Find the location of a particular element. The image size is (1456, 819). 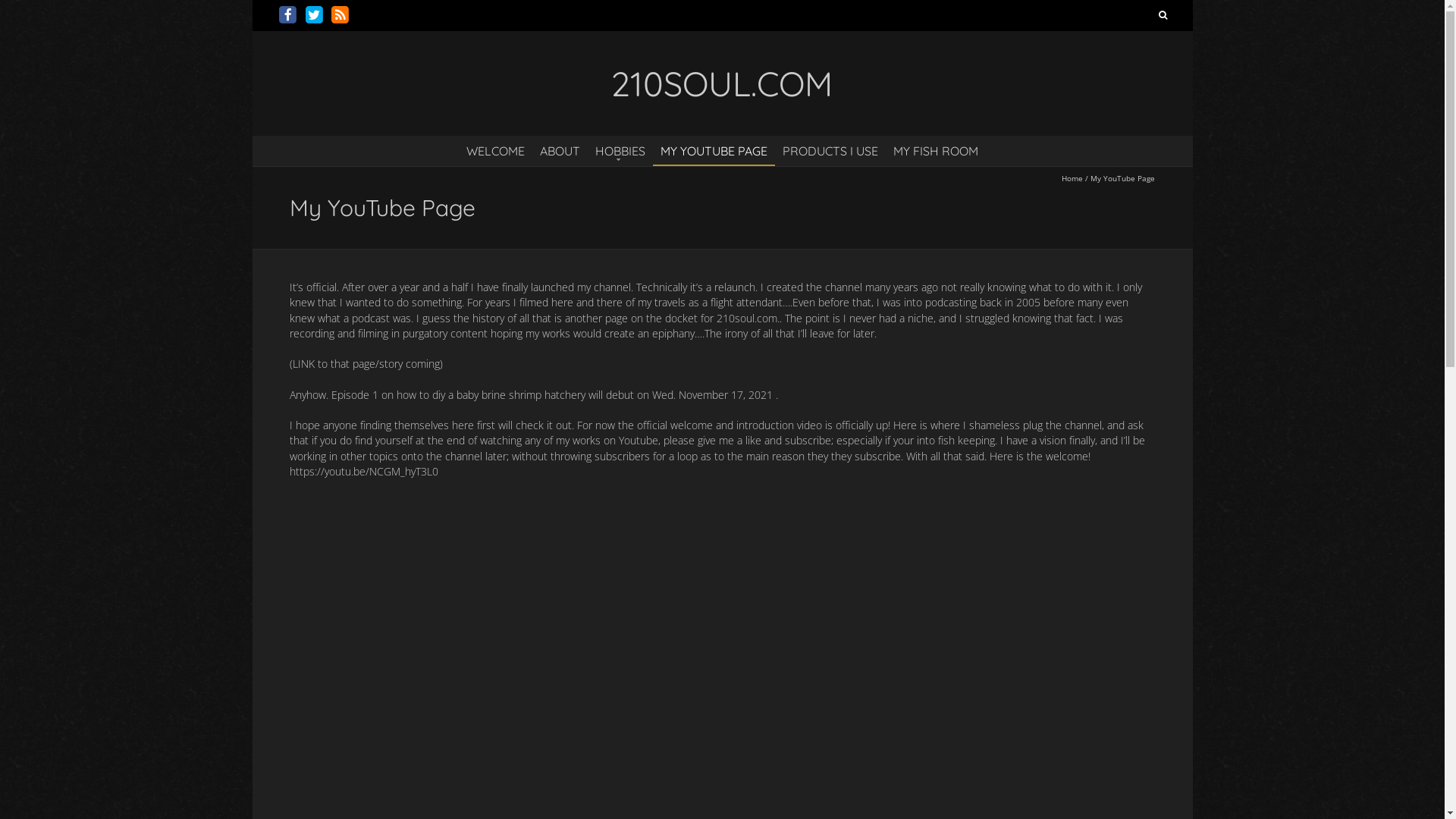

'HOBBIES' is located at coordinates (586, 149).